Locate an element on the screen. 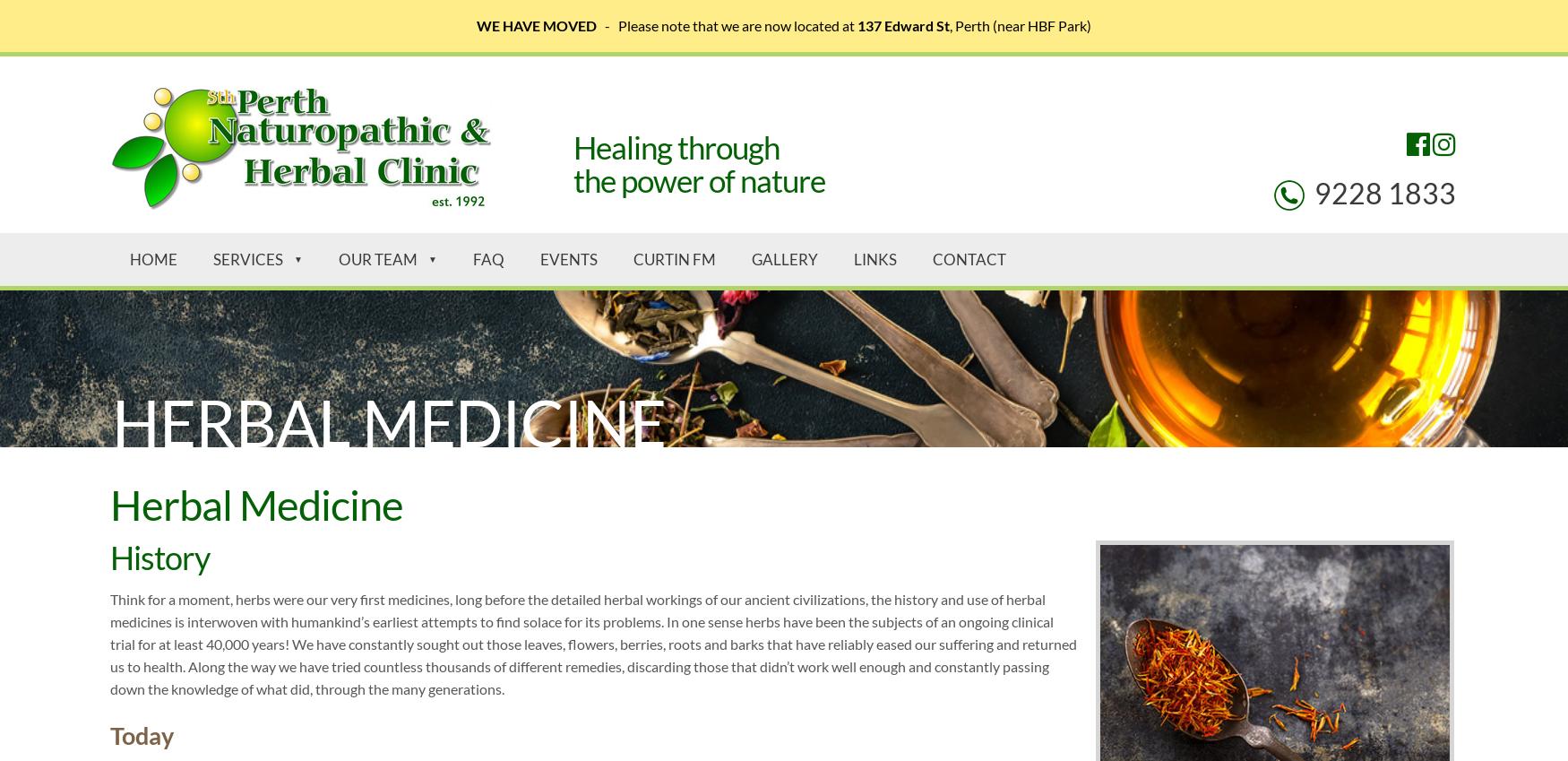  'Healing through' is located at coordinates (675, 146).